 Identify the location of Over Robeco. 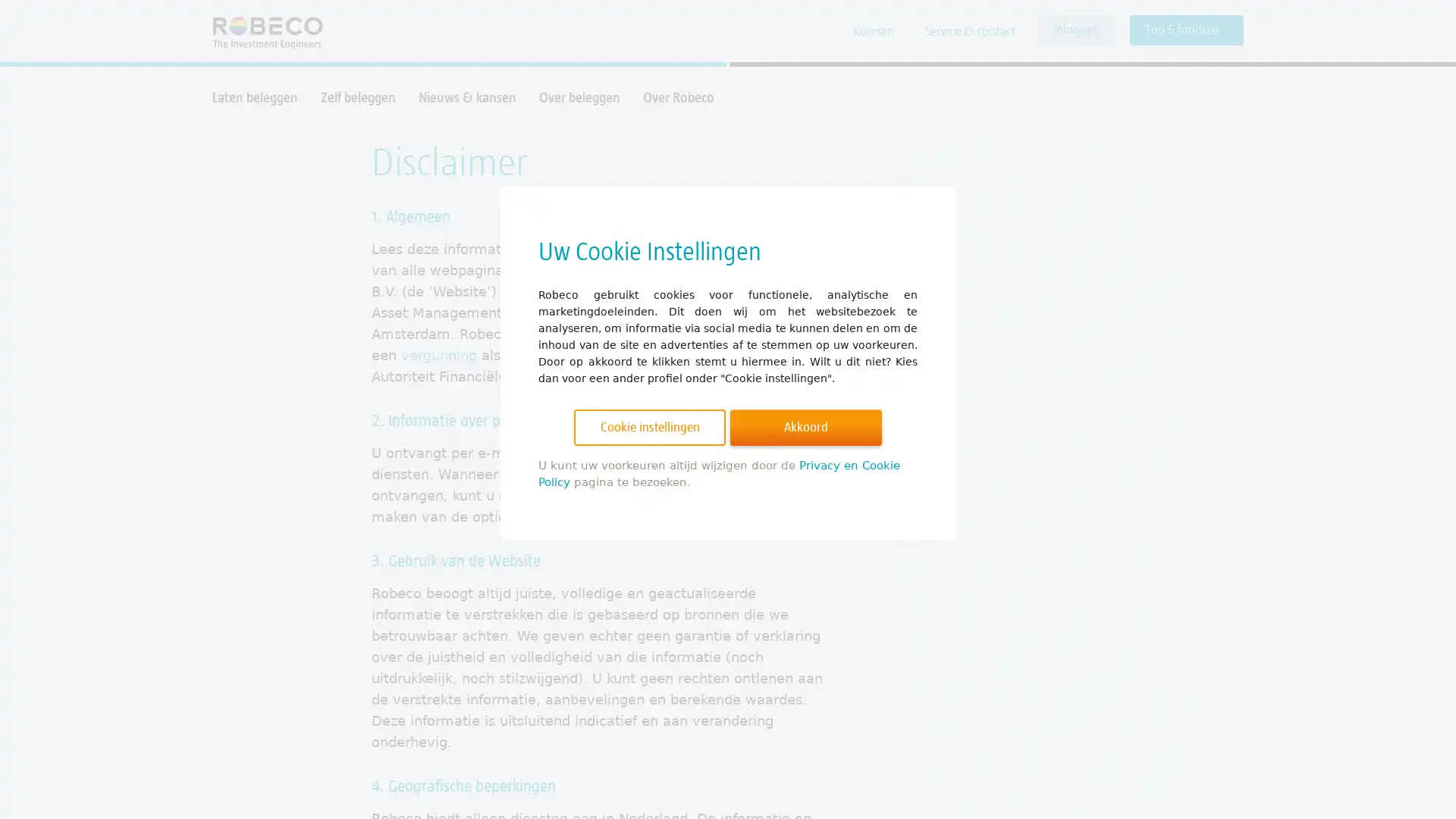
(677, 97).